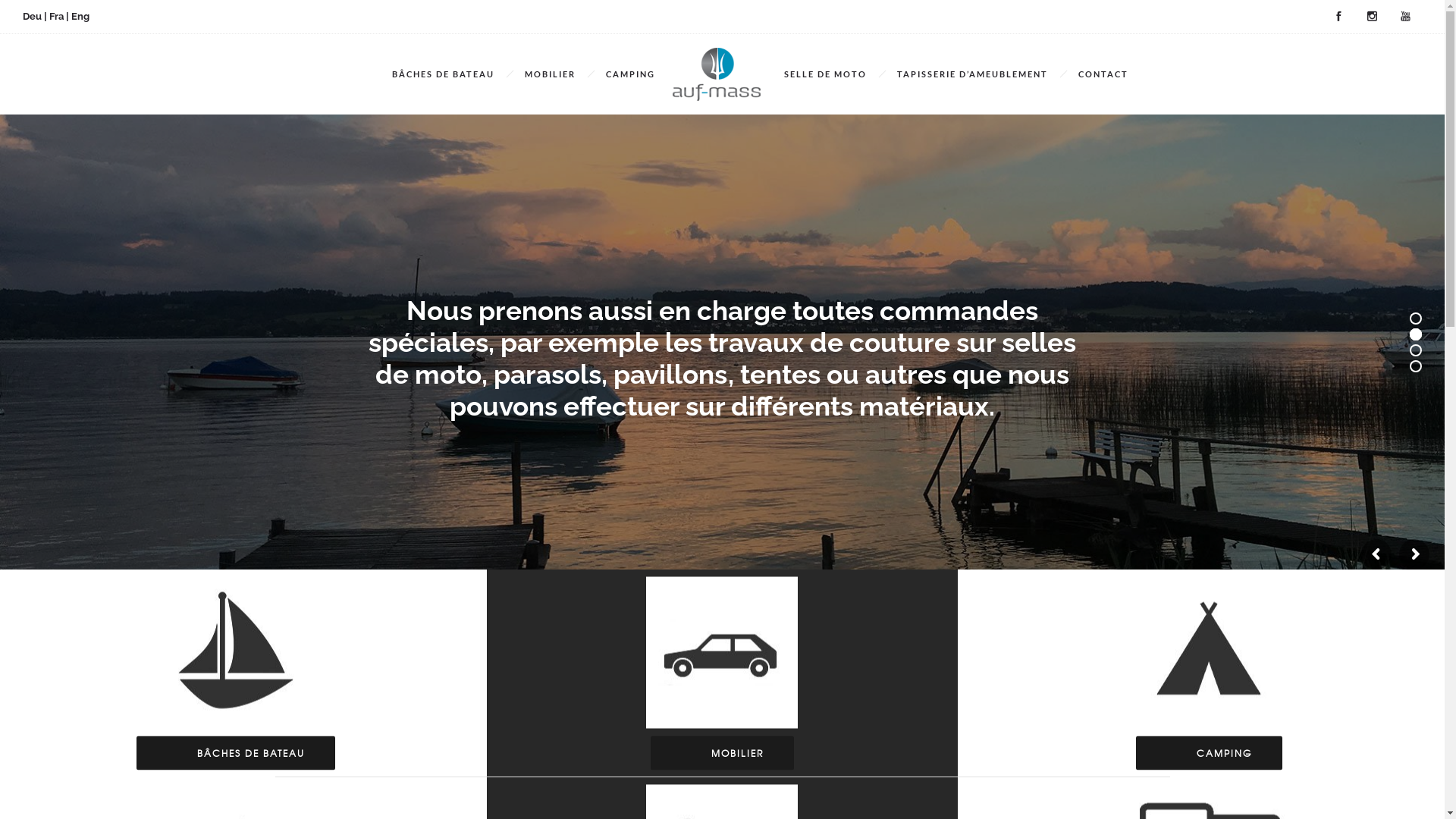  What do you see at coordinates (1372, 17) in the screenshot?
I see `'Instagram'` at bounding box center [1372, 17].